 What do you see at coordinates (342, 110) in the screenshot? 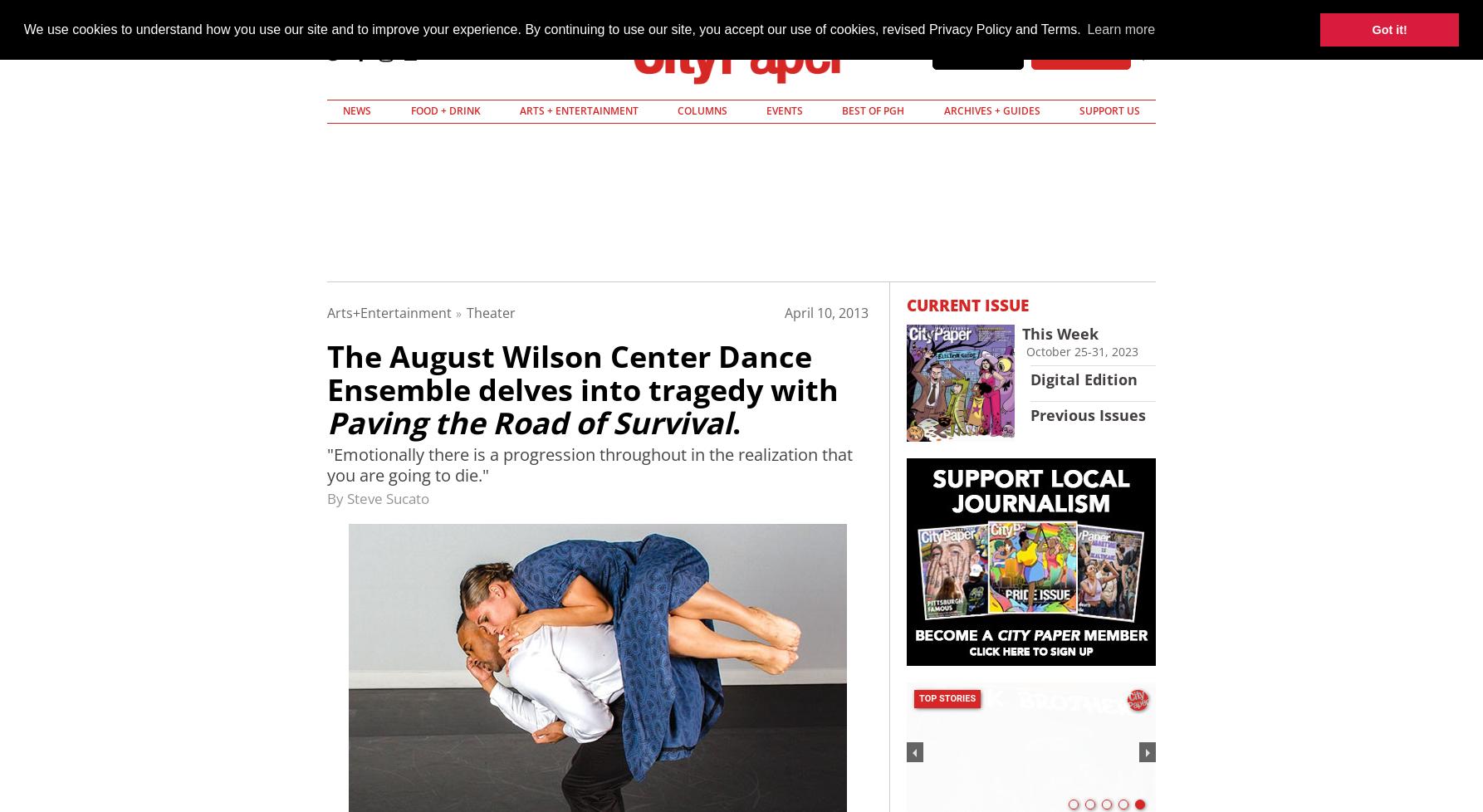
I see `'News'` at bounding box center [342, 110].